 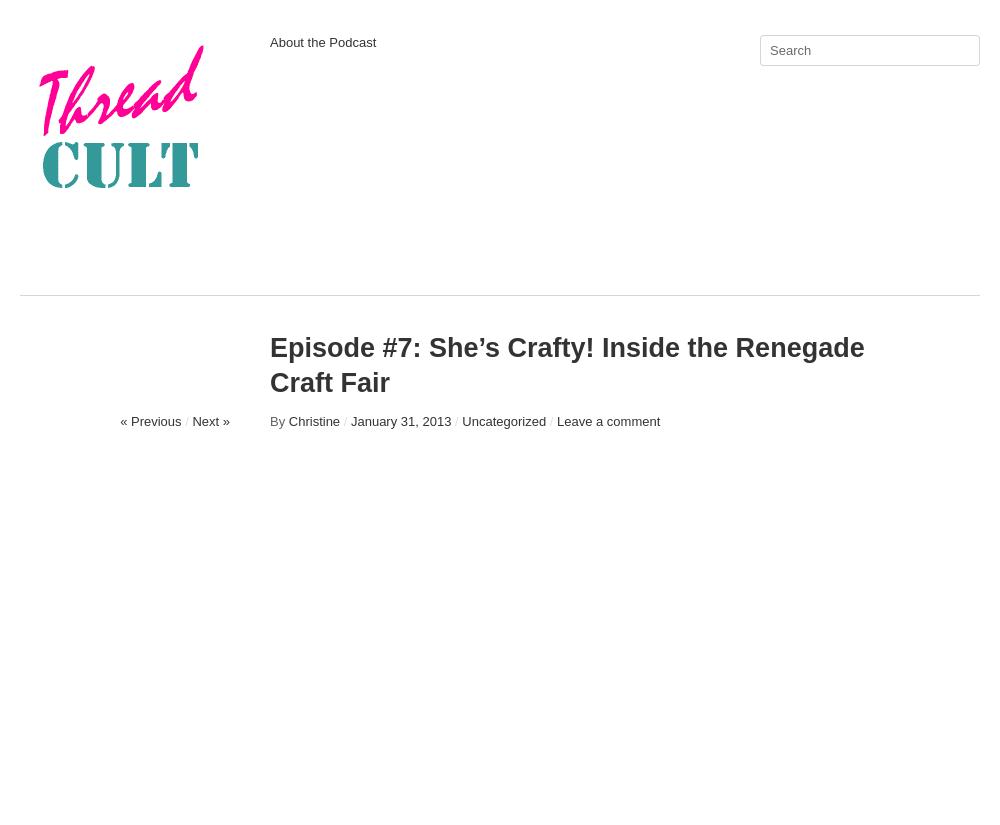 What do you see at coordinates (313, 421) in the screenshot?
I see `'Christine'` at bounding box center [313, 421].